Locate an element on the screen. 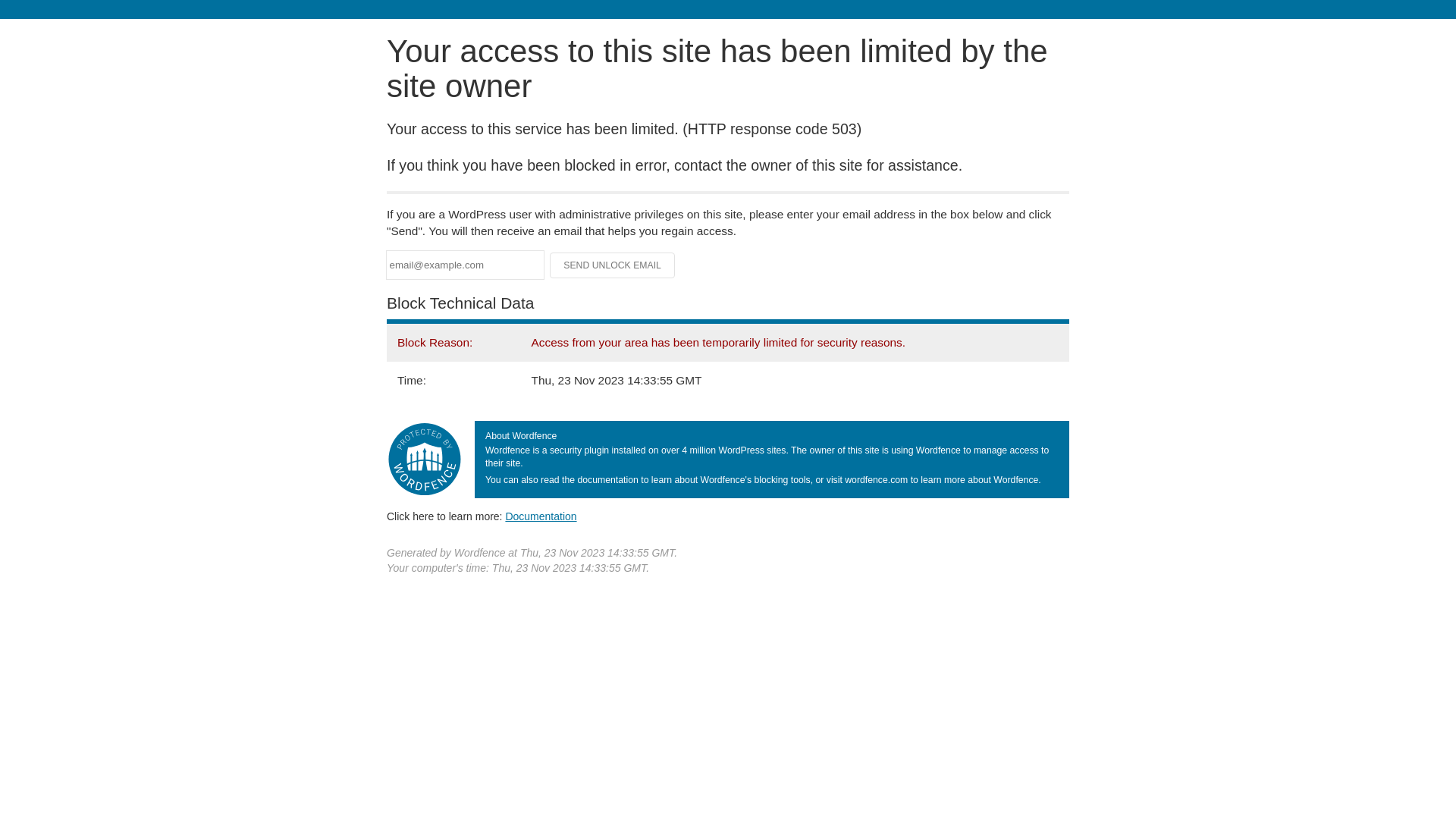 The image size is (1456, 819). 'Documentation' is located at coordinates (505, 516).